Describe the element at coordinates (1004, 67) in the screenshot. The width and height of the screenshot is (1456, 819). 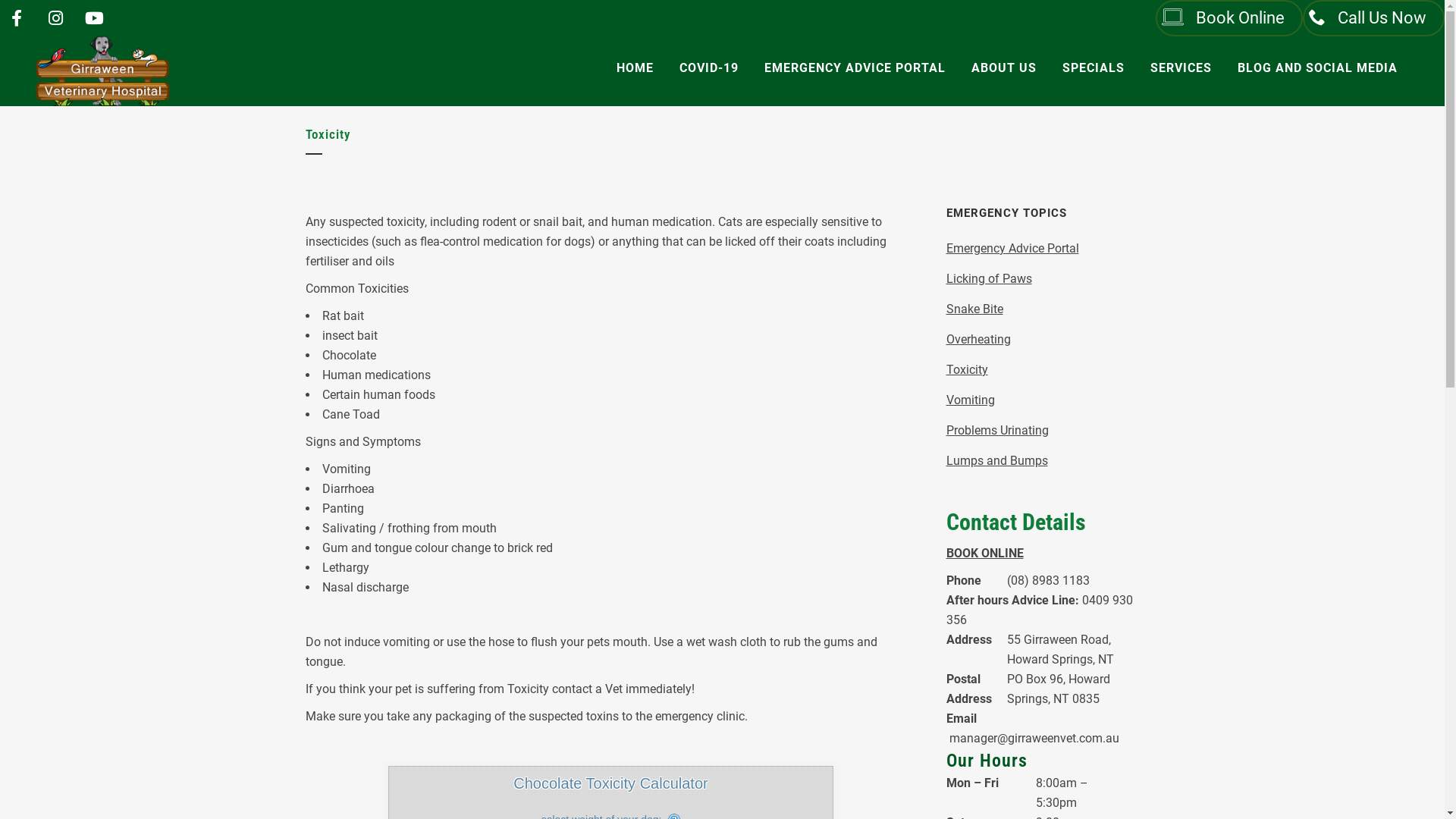
I see `'ABOUT US'` at that location.